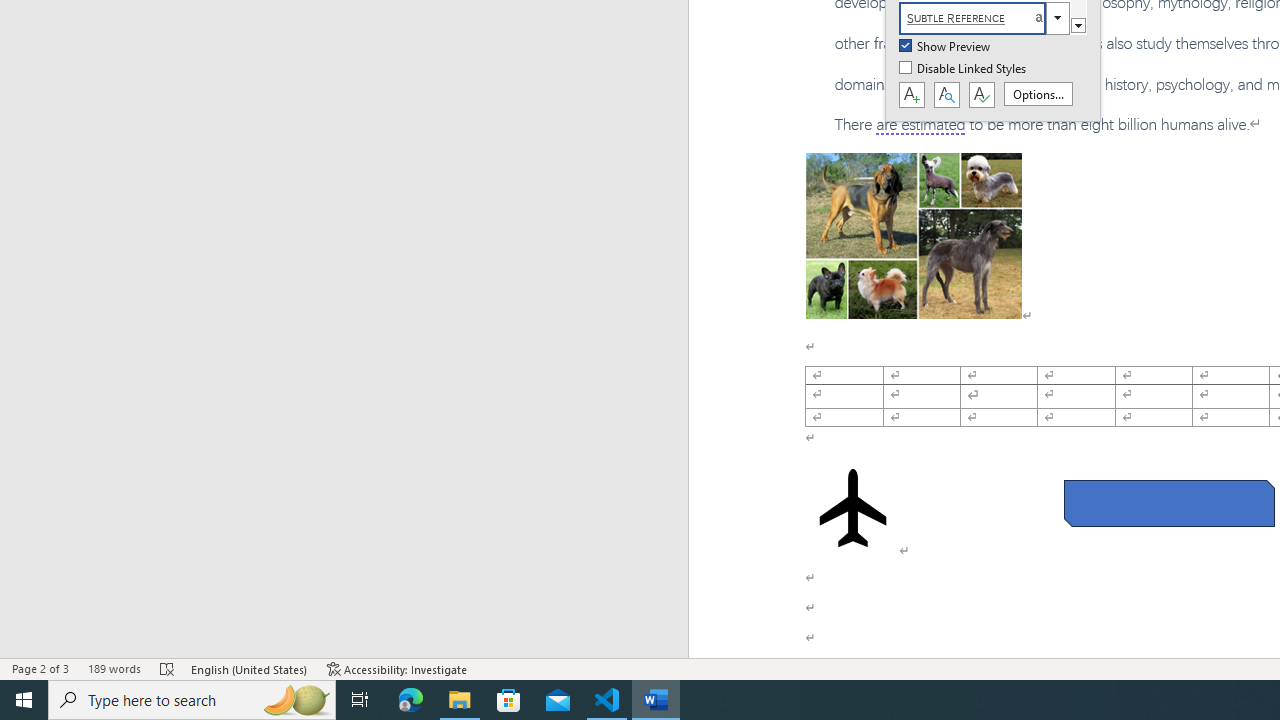 The image size is (1280, 720). I want to click on 'Subtle Reference', so click(984, 18).